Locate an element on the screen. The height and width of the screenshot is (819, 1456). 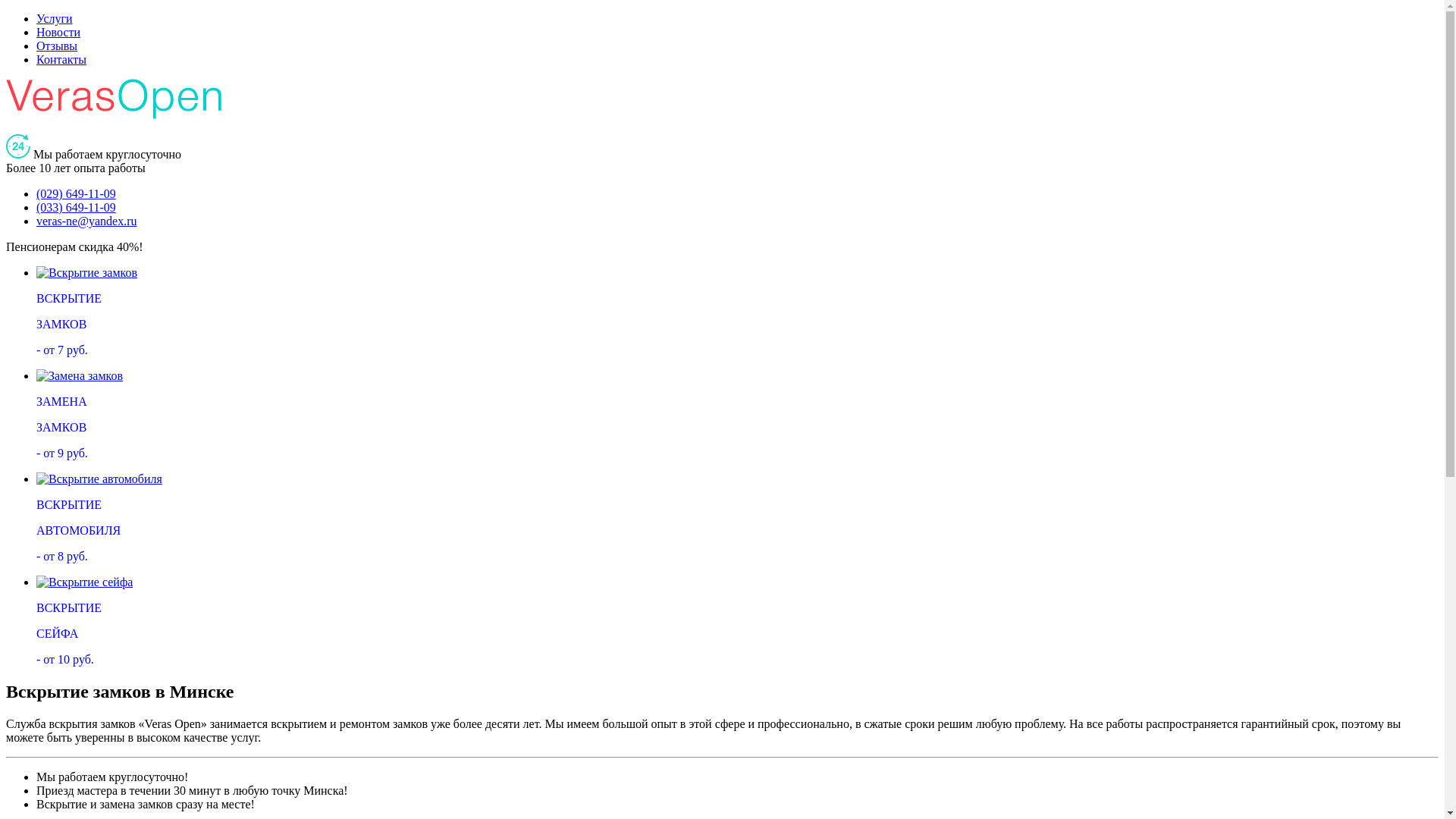
'veras-ne@yandex.ru' is located at coordinates (36, 221).